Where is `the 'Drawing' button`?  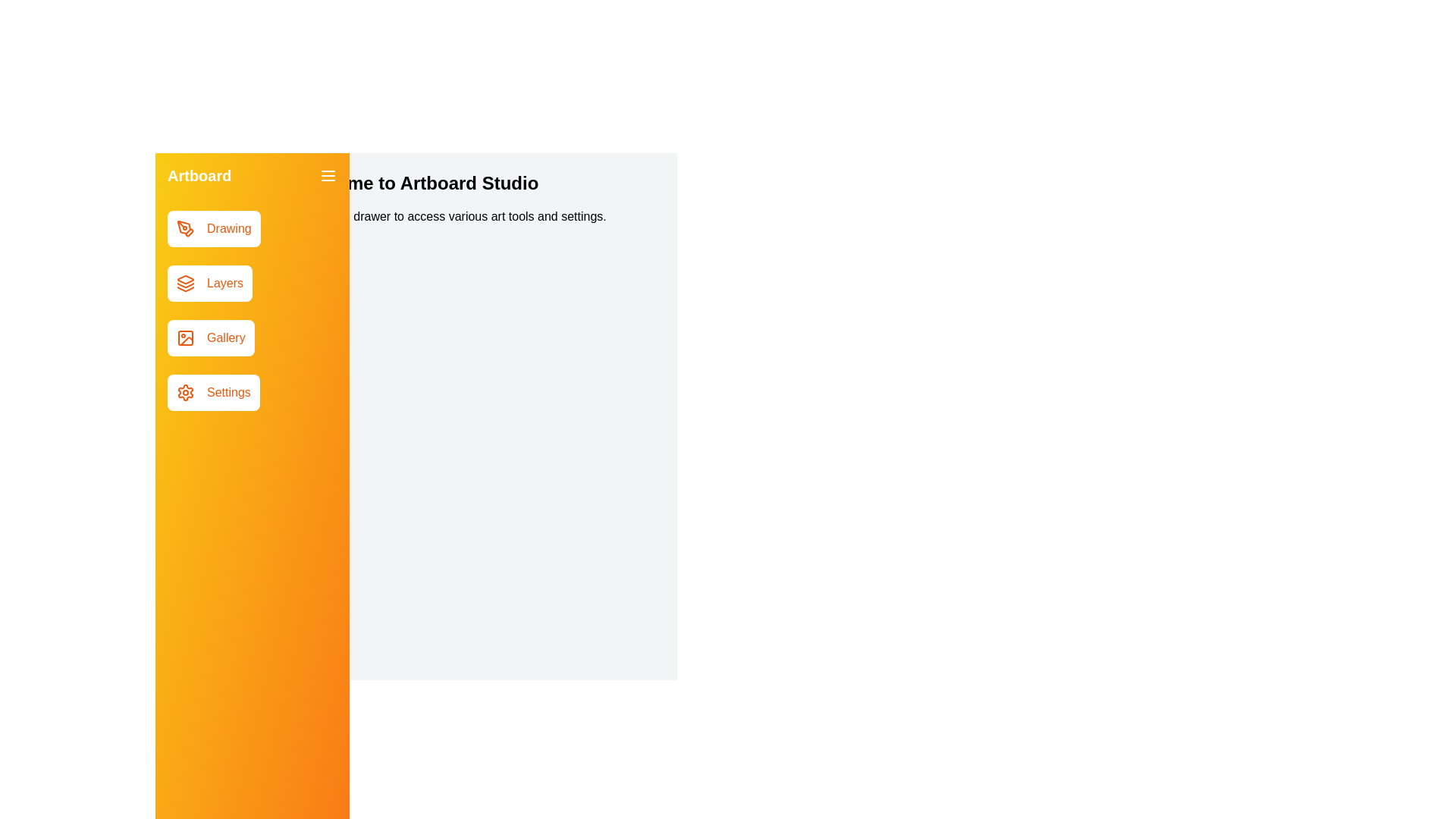
the 'Drawing' button is located at coordinates (213, 228).